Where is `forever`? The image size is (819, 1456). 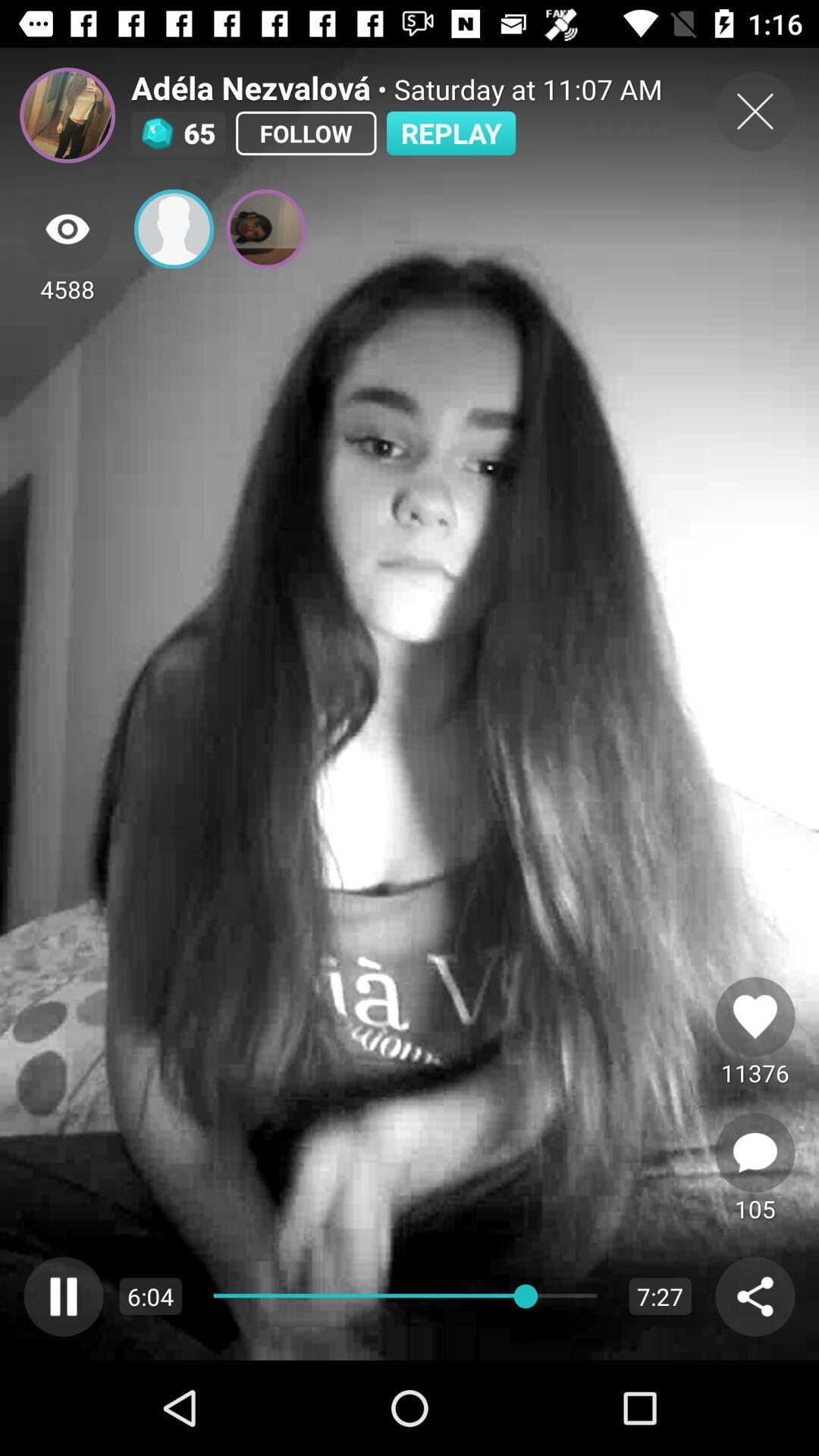
forever is located at coordinates (755, 1016).